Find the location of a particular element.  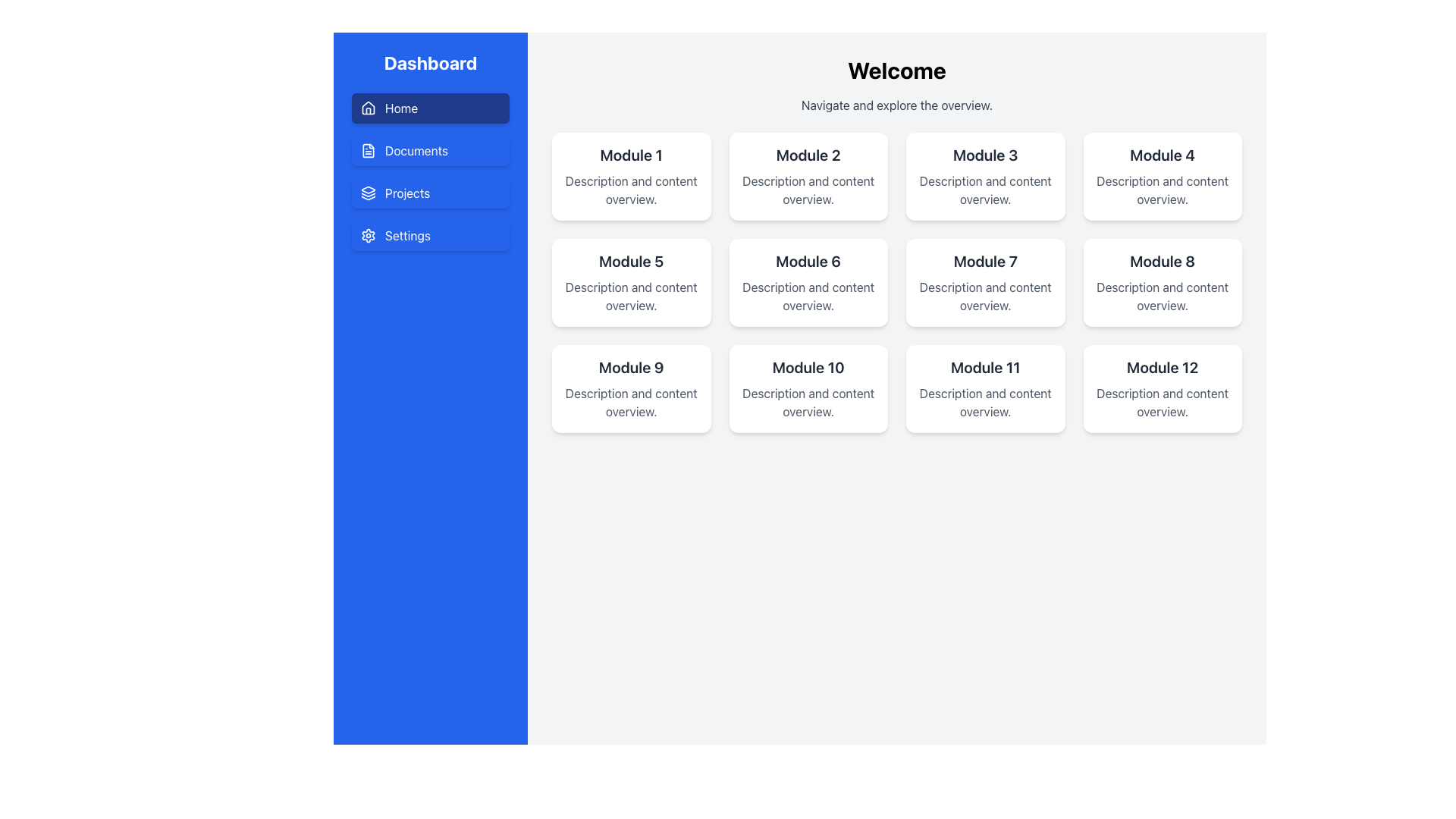

the Text label titled 'Module 1 Description and content overview', which serves as the title for a section in the main content area is located at coordinates (631, 155).